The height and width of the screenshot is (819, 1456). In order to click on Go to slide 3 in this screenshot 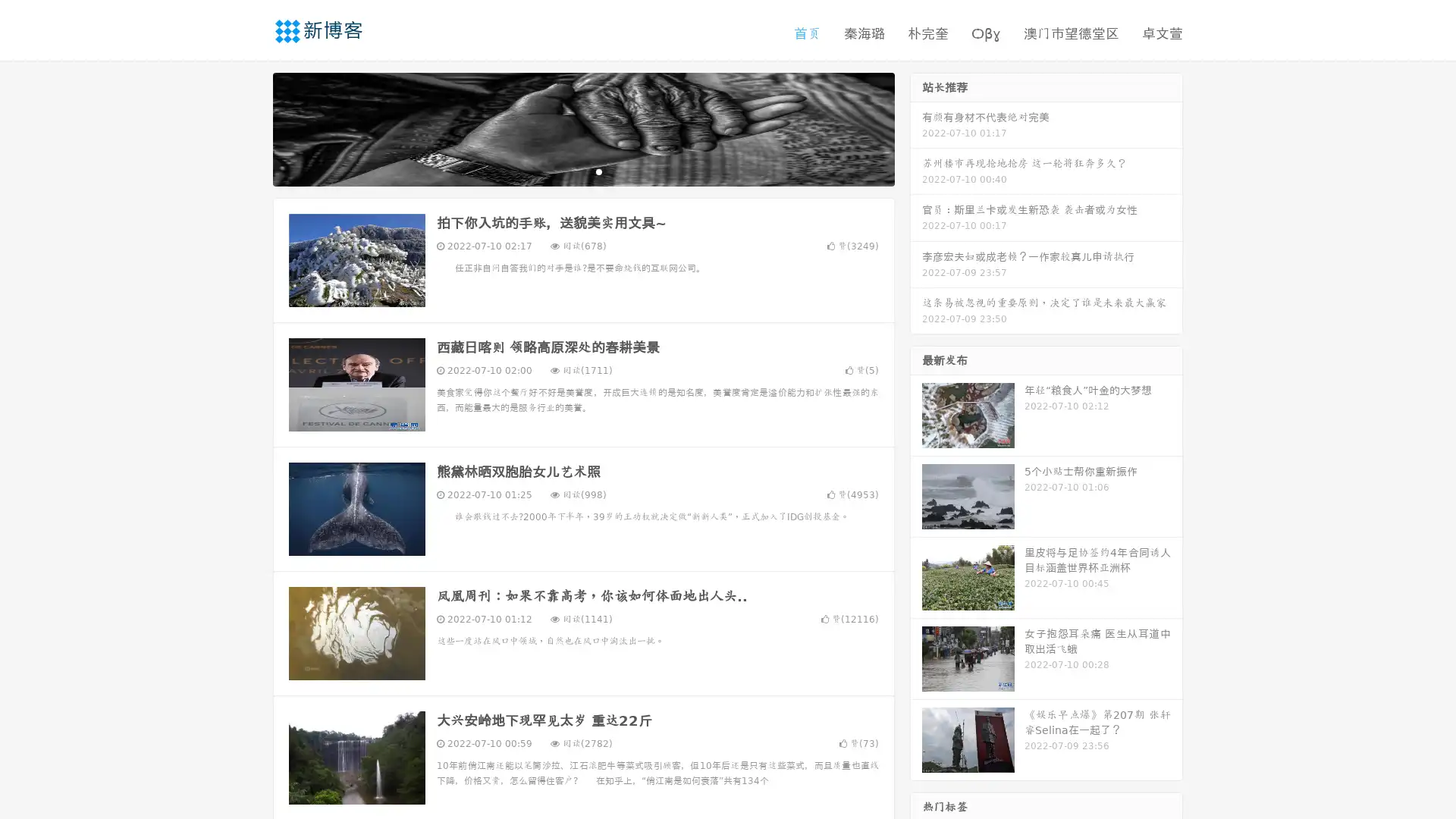, I will do `click(598, 171)`.